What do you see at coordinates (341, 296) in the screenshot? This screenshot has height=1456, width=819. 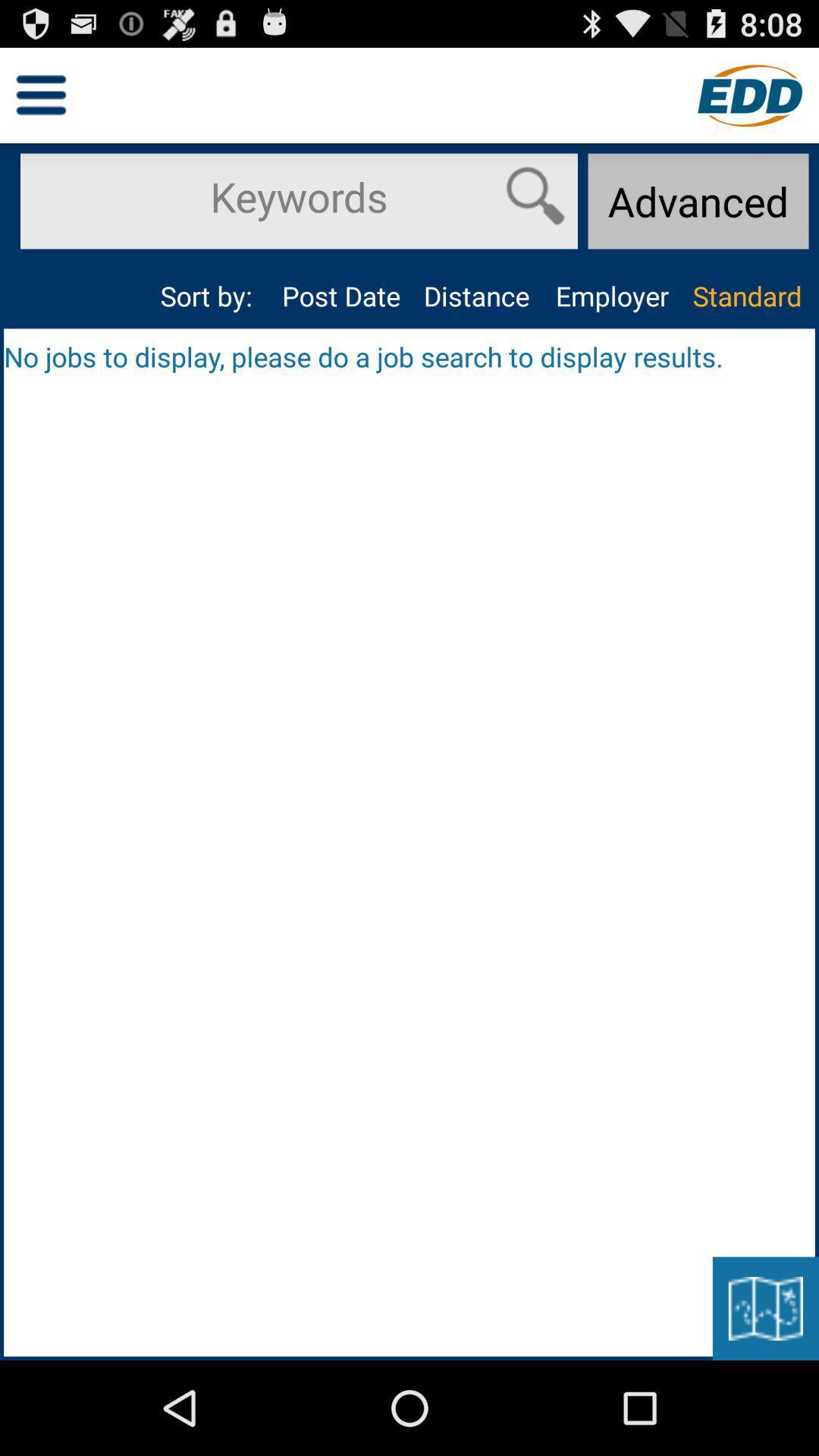 I see `post date item` at bounding box center [341, 296].